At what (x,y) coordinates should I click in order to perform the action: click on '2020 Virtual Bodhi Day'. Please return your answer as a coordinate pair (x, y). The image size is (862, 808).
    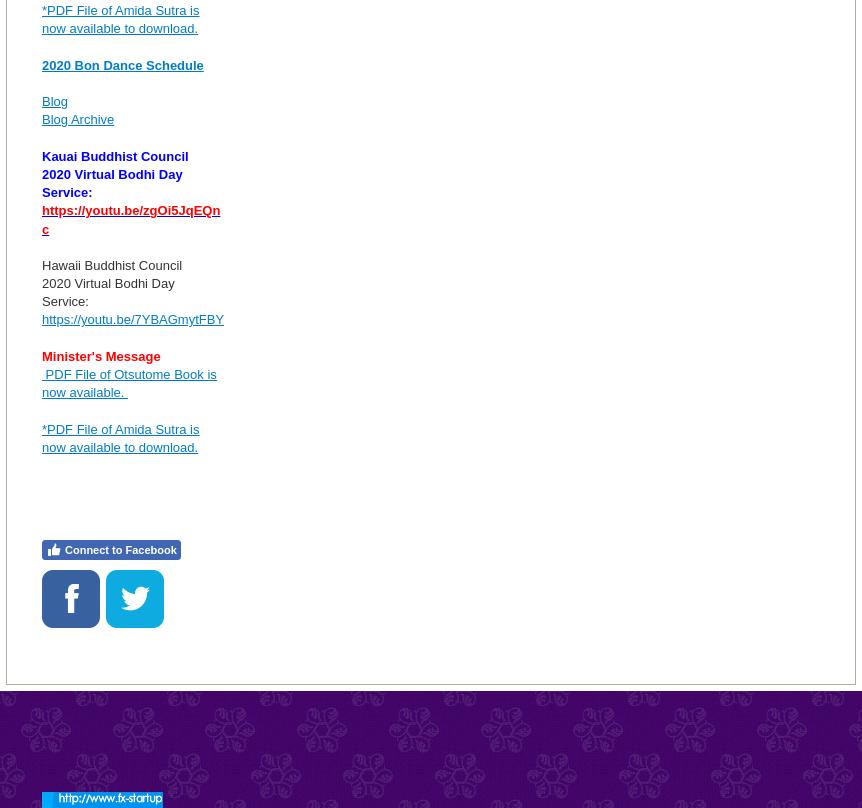
    Looking at the image, I should click on (110, 172).